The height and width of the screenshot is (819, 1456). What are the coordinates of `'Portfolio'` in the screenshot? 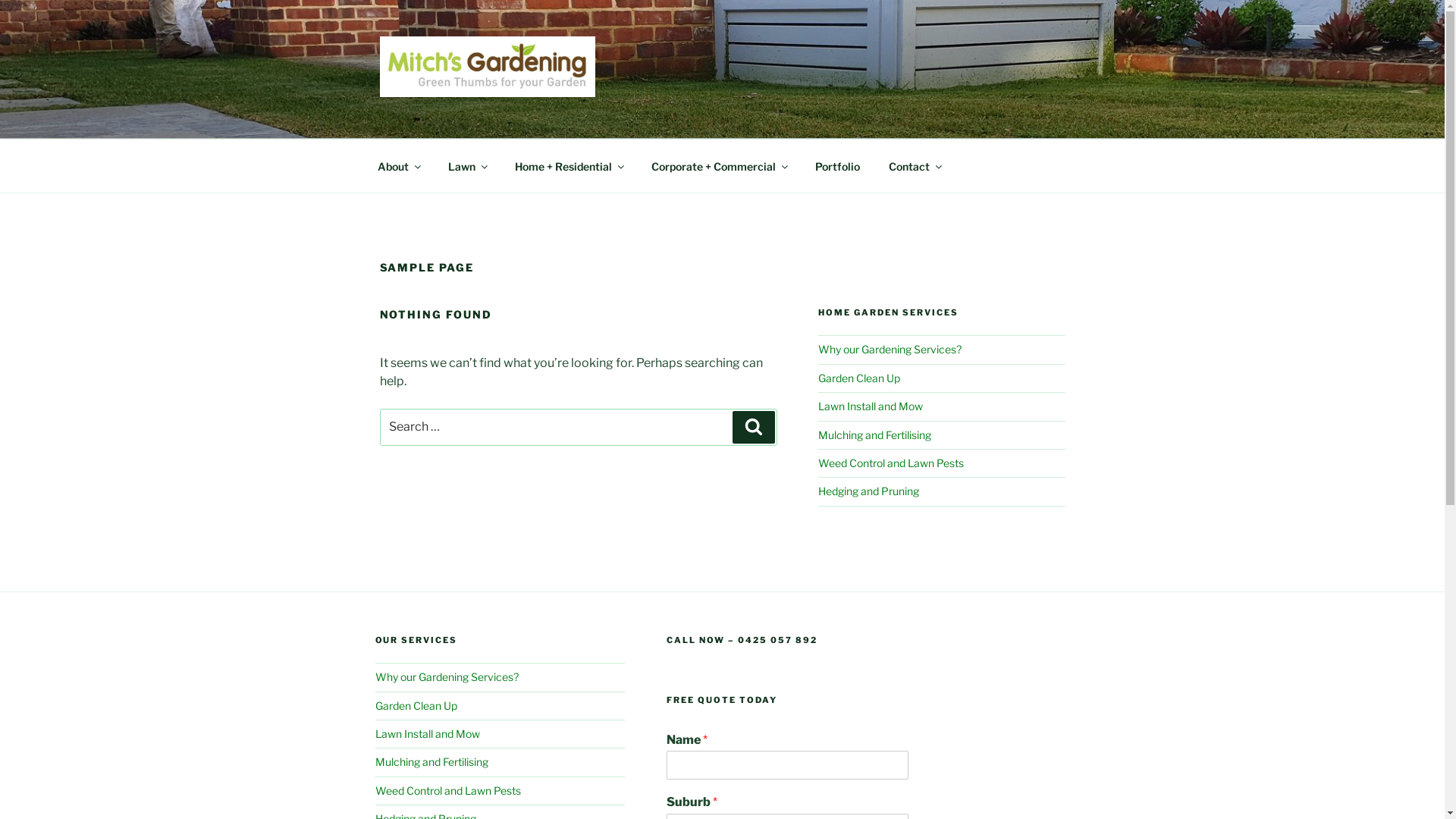 It's located at (836, 165).